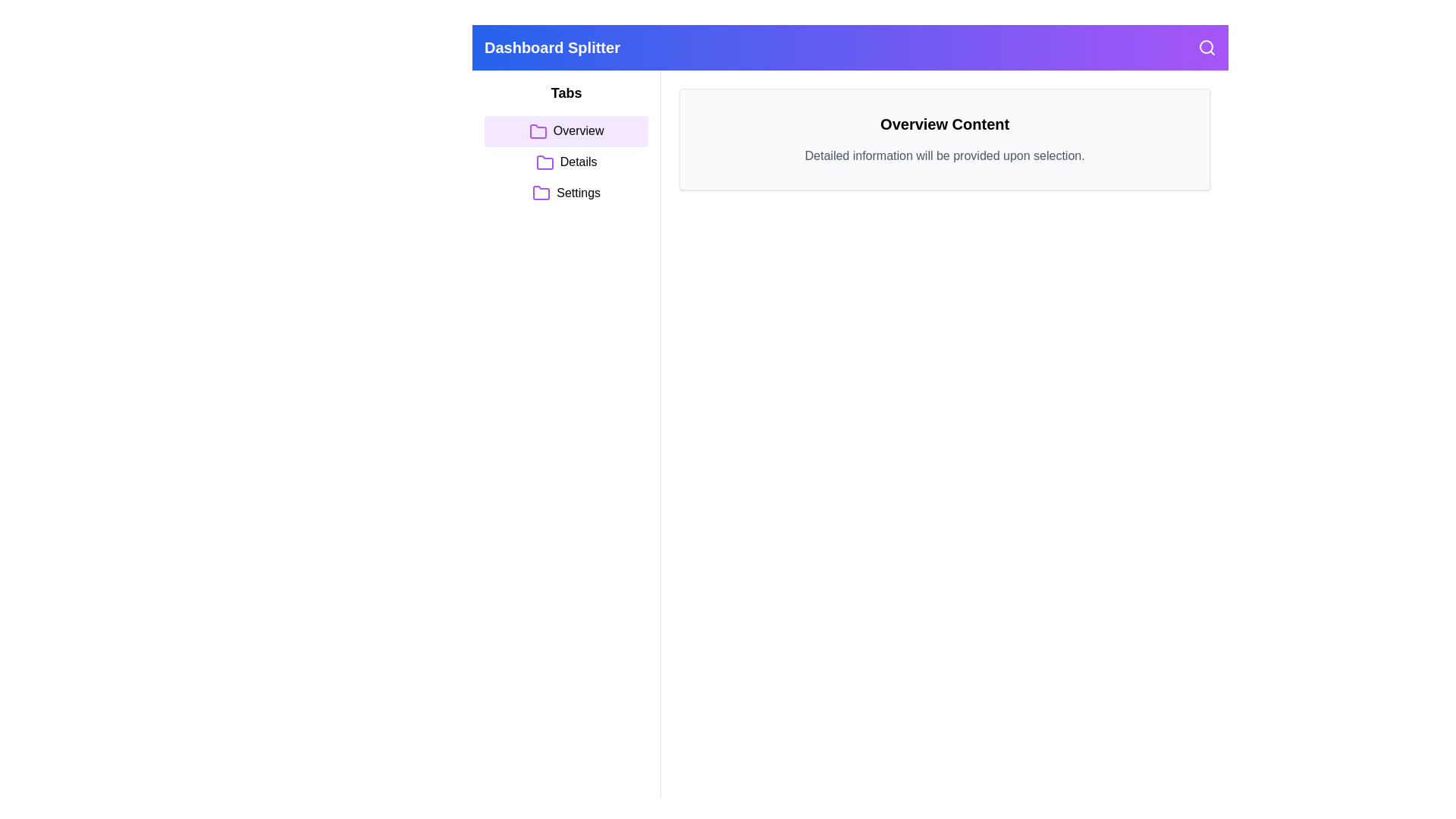 The height and width of the screenshot is (819, 1456). What do you see at coordinates (538, 130) in the screenshot?
I see `the purple folder icon located to the left of the 'Overview' text label in the sidebar menu` at bounding box center [538, 130].